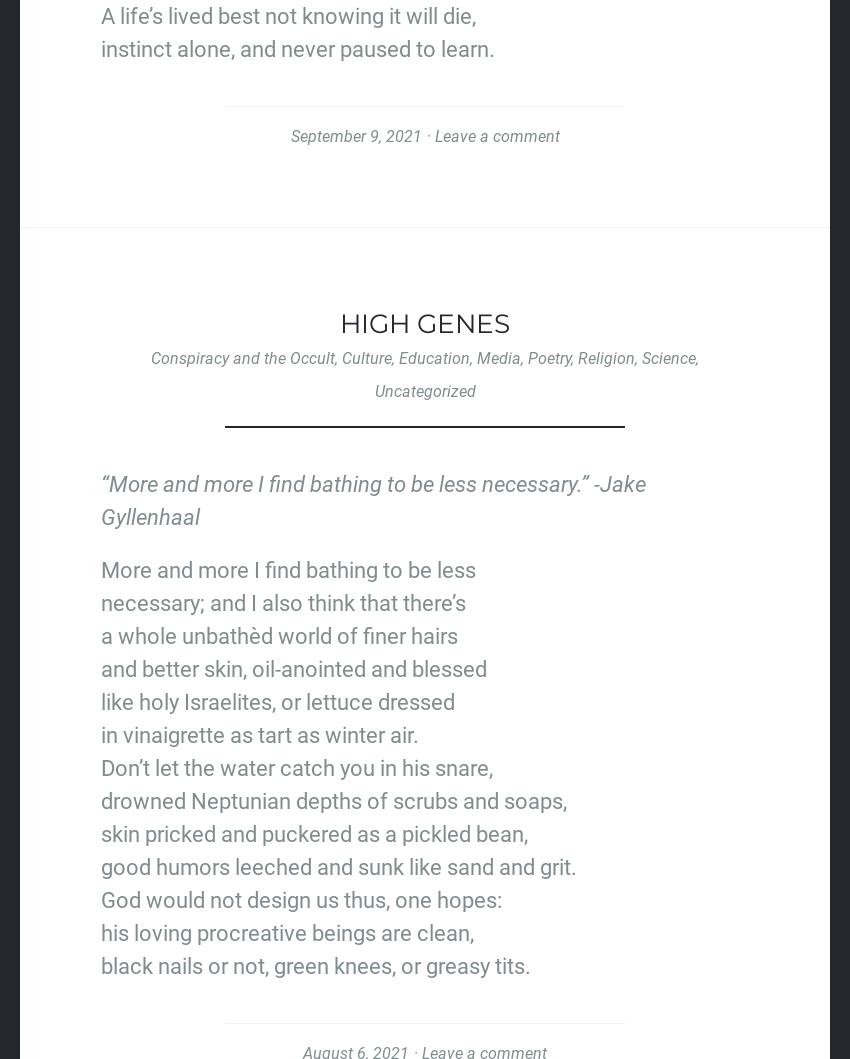 Image resolution: width=850 pixels, height=1059 pixels. What do you see at coordinates (99, 501) in the screenshot?
I see `'“More and more I find bathing to be less necessary.” -Jake Gyllenhaal'` at bounding box center [99, 501].